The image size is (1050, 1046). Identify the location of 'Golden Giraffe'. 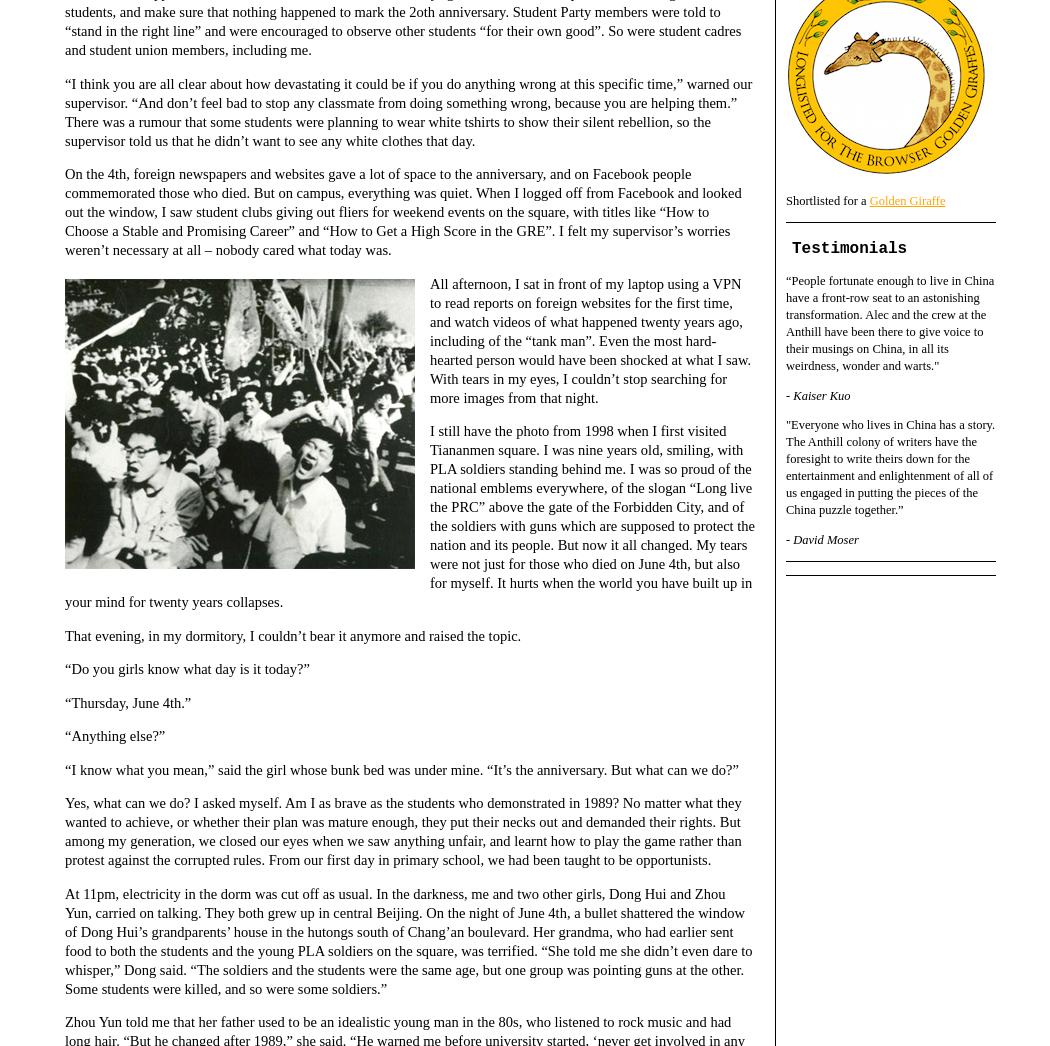
(906, 199).